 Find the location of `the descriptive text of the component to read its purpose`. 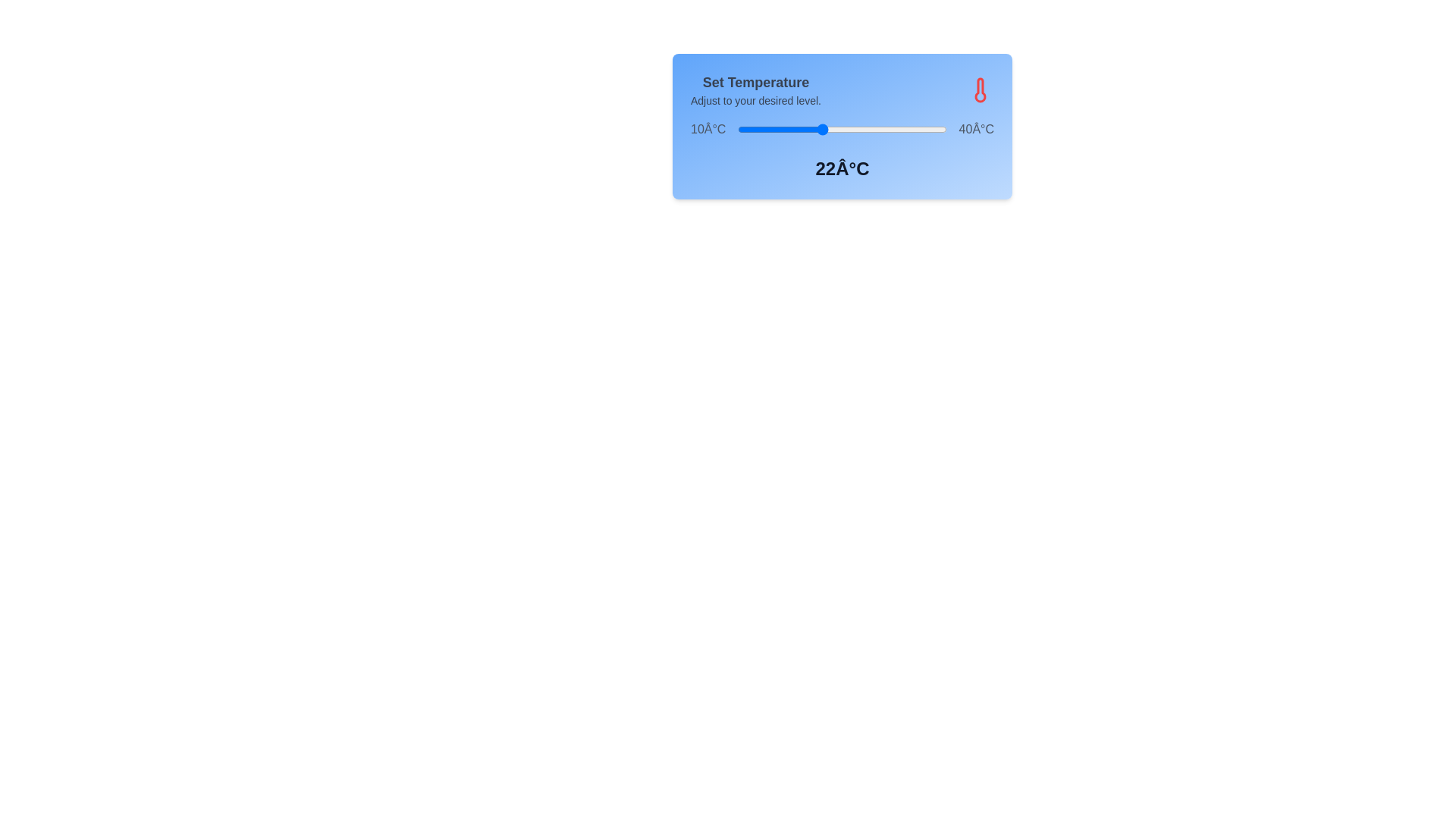

the descriptive text of the component to read its purpose is located at coordinates (755, 90).